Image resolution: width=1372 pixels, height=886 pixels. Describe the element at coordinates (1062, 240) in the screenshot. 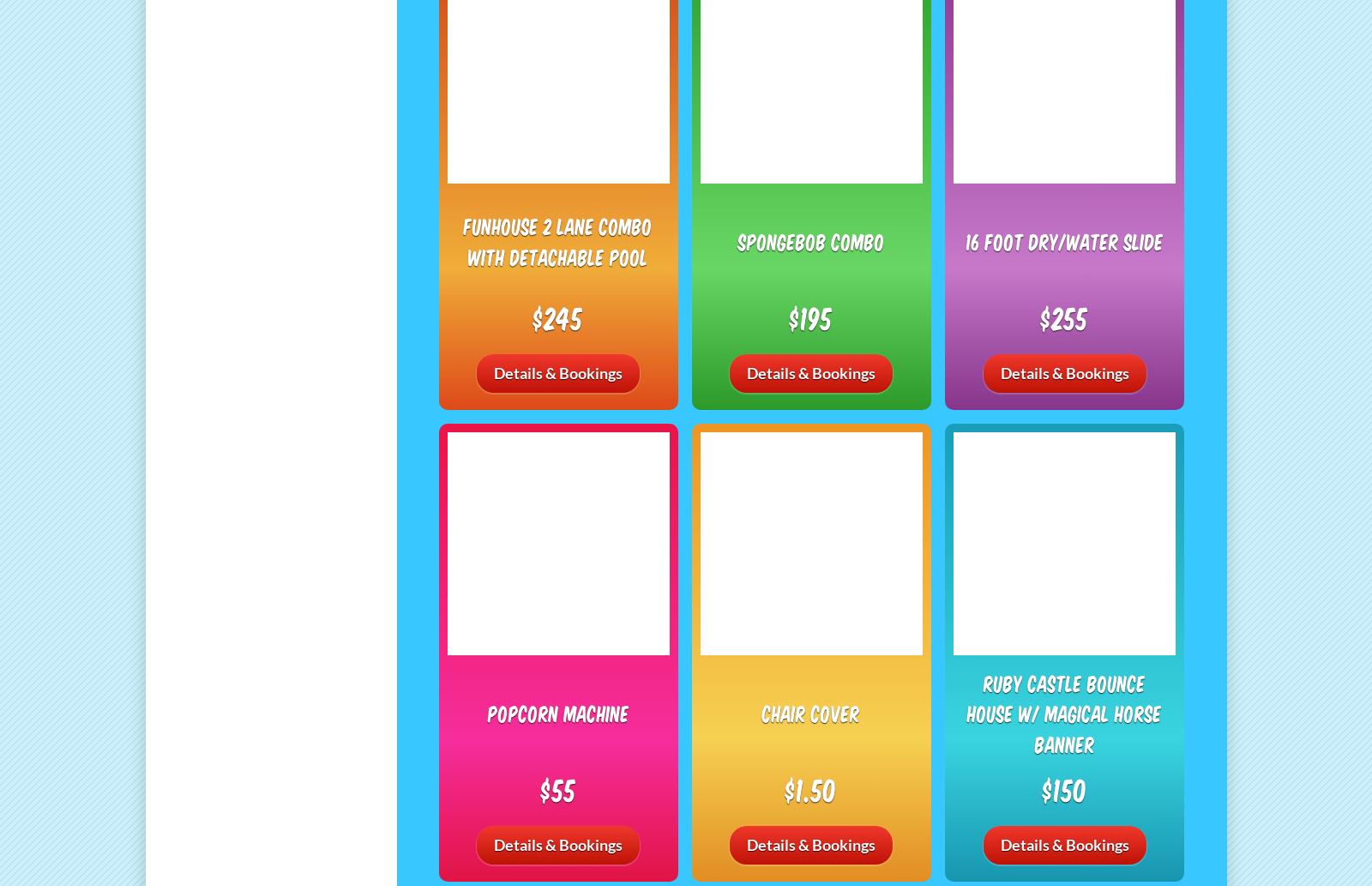

I see `'16 Foot Dry/Water Slide'` at that location.